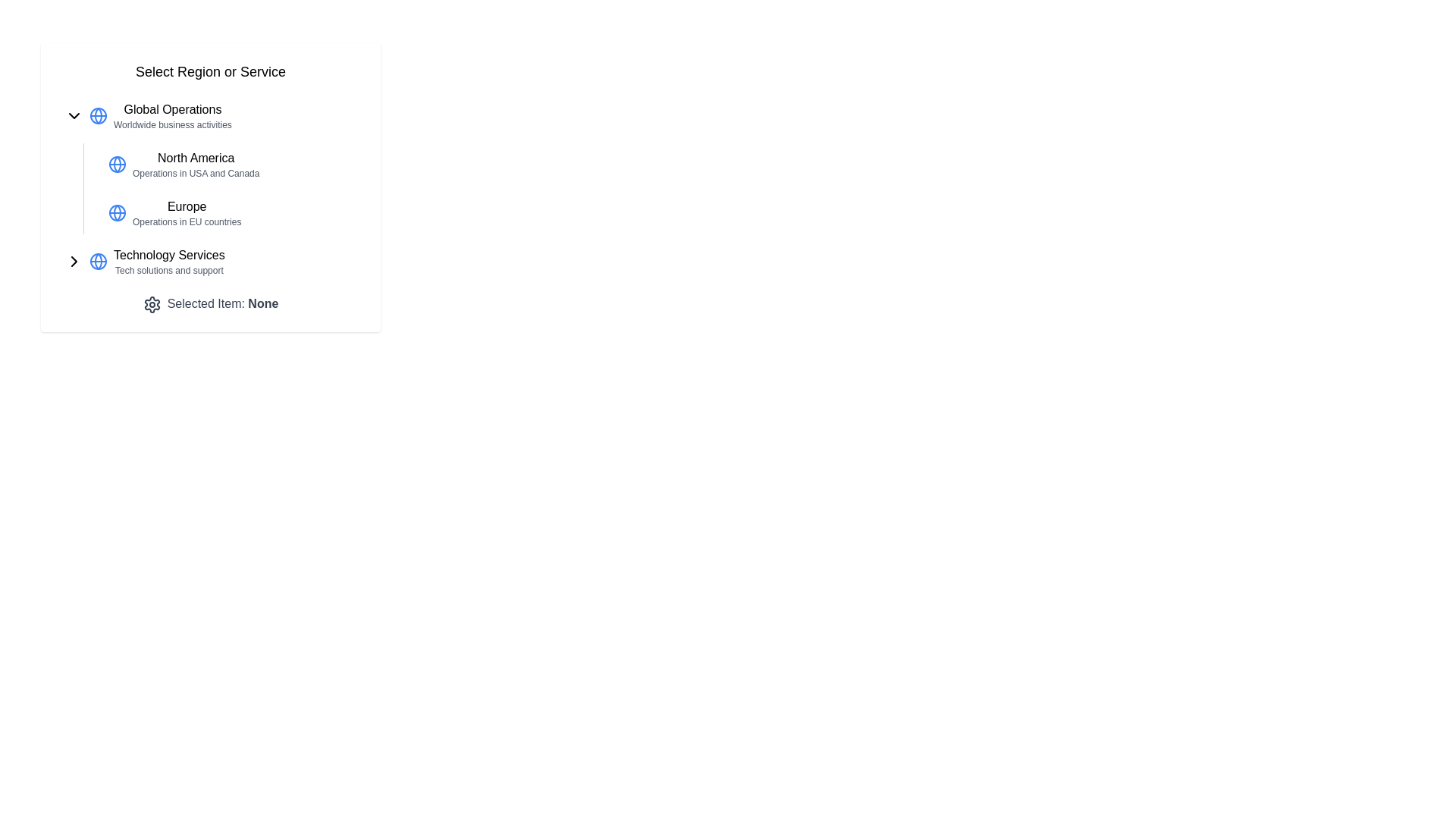  Describe the element at coordinates (73, 260) in the screenshot. I see `the chevron icon next to the globe icon under the 'Technology Services' section` at that location.